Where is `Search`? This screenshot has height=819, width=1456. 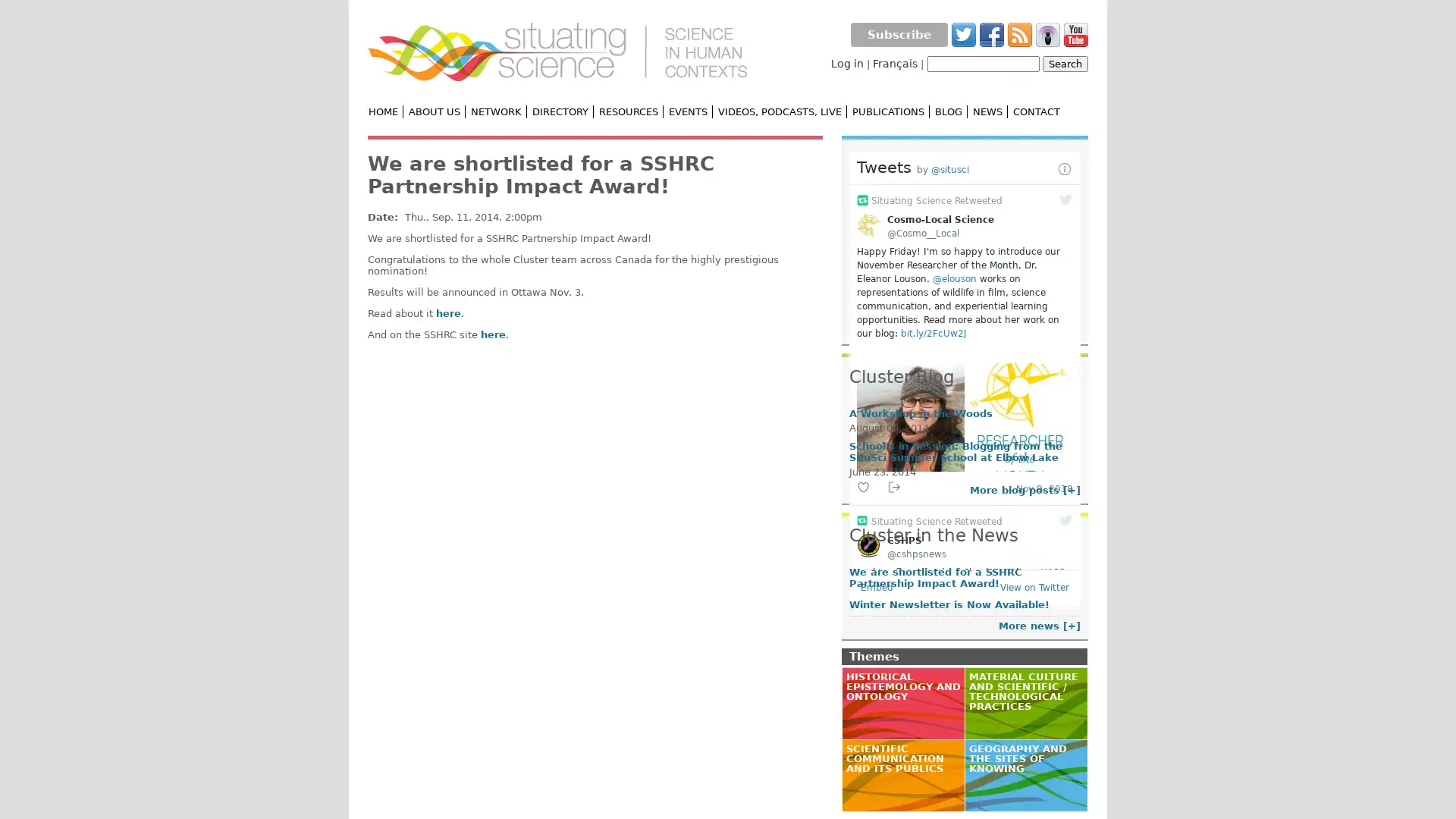
Search is located at coordinates (1065, 63).